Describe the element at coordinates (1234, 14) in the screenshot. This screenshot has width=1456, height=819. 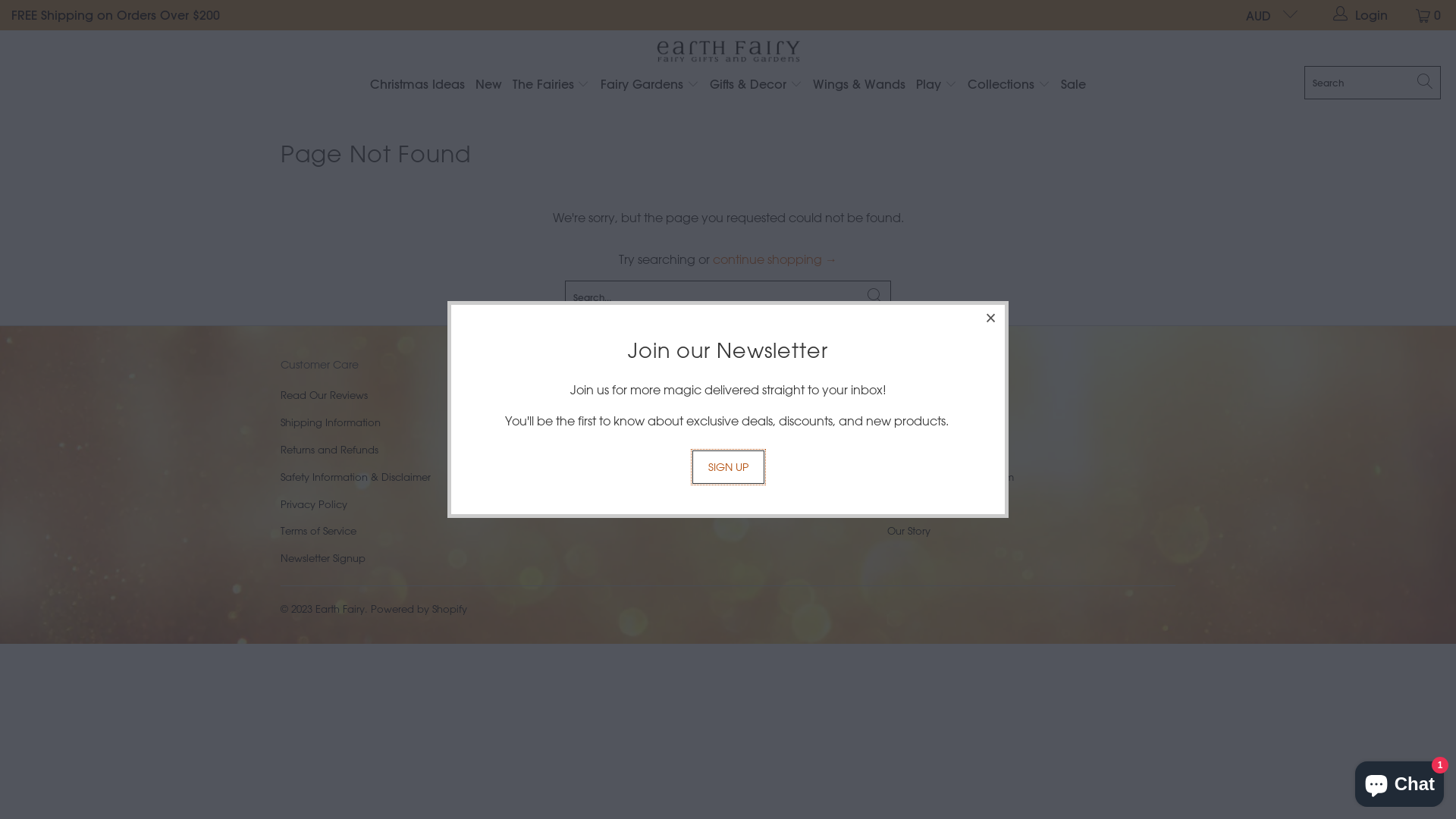
I see `'AUD'` at that location.